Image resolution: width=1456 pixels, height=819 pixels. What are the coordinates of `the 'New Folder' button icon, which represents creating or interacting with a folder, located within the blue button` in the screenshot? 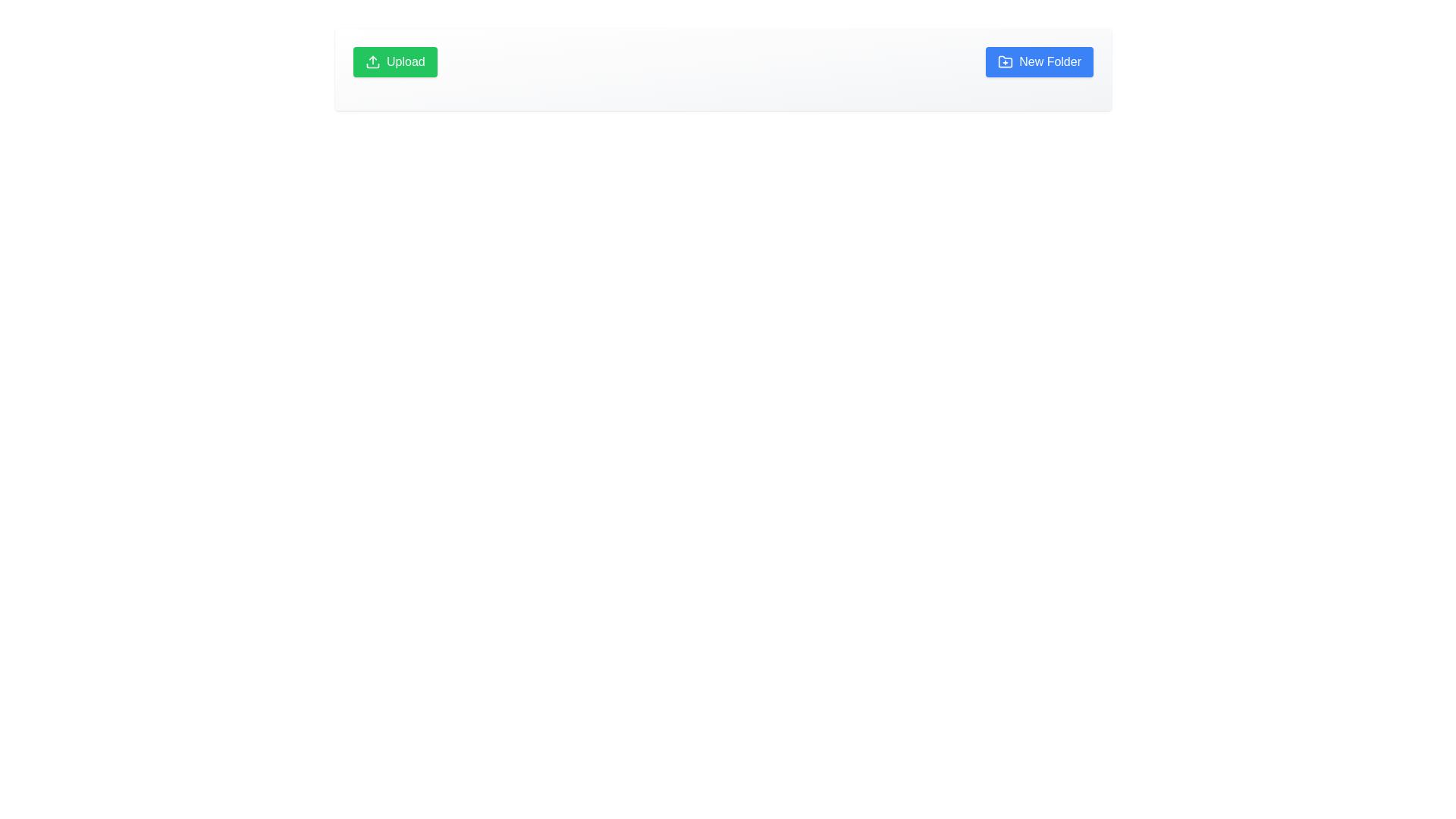 It's located at (1006, 61).